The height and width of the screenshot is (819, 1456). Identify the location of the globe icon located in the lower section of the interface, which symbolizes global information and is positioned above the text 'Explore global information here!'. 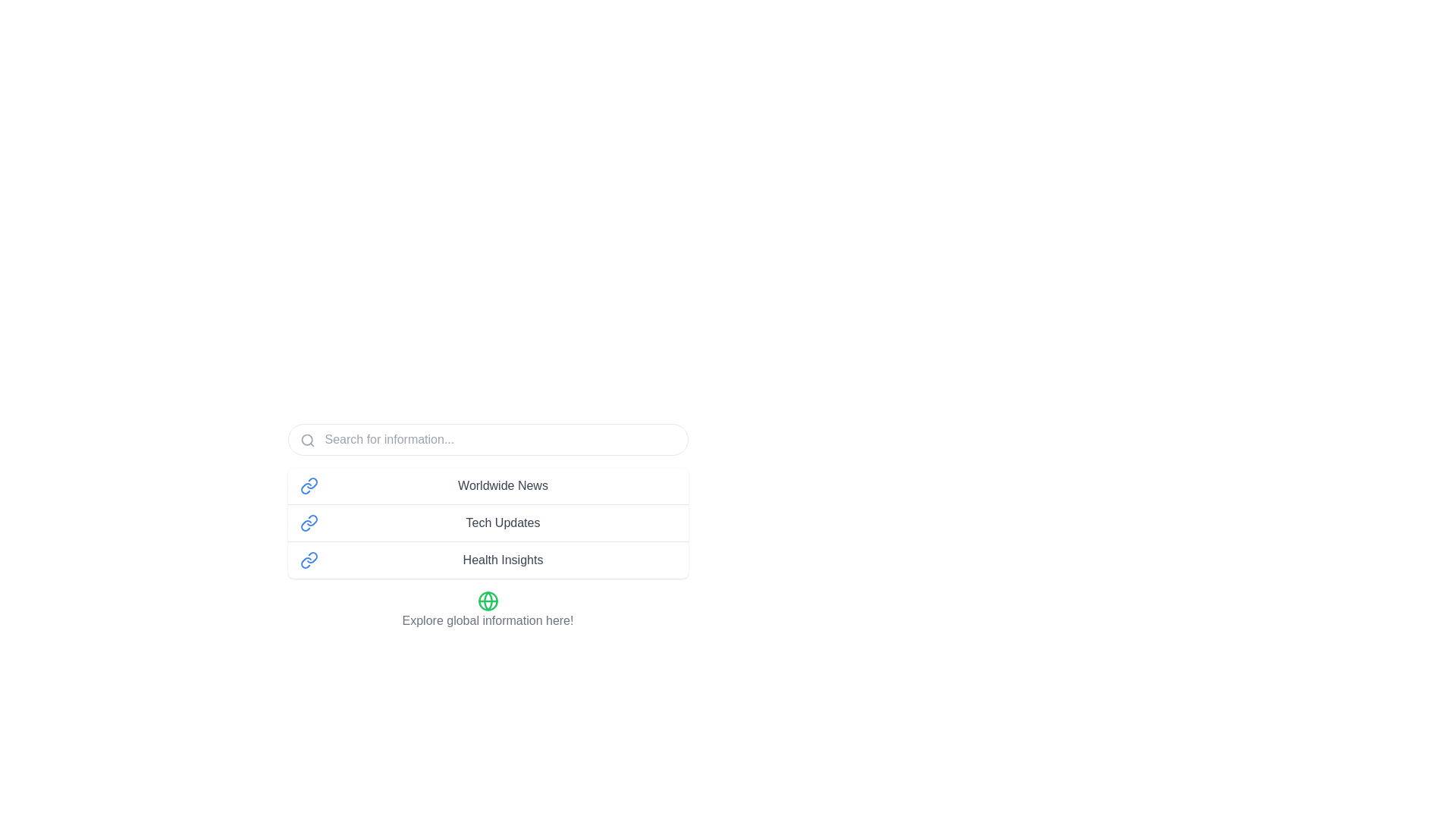
(488, 601).